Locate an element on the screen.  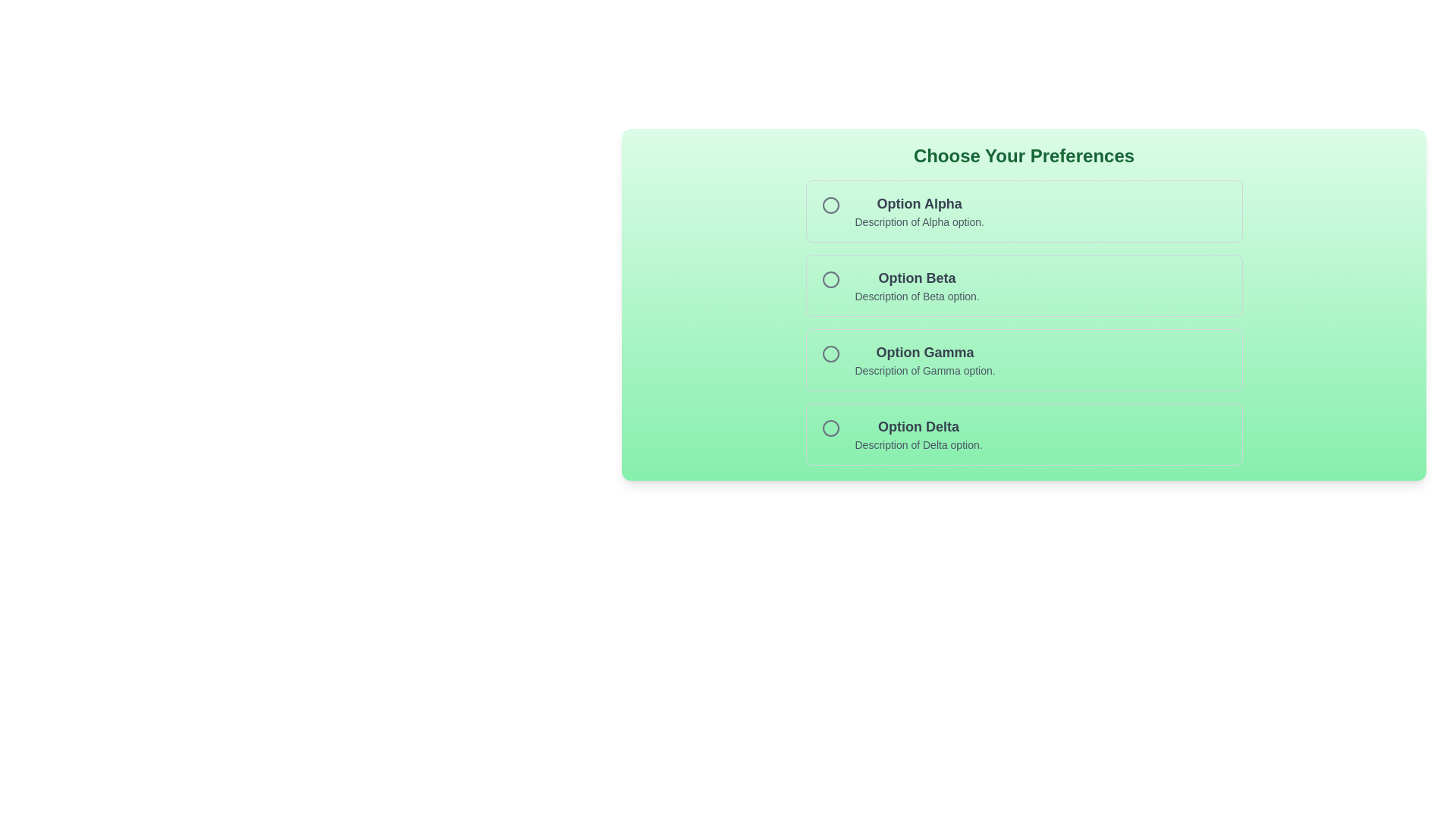
the label 'Option Alpha' is located at coordinates (918, 211).